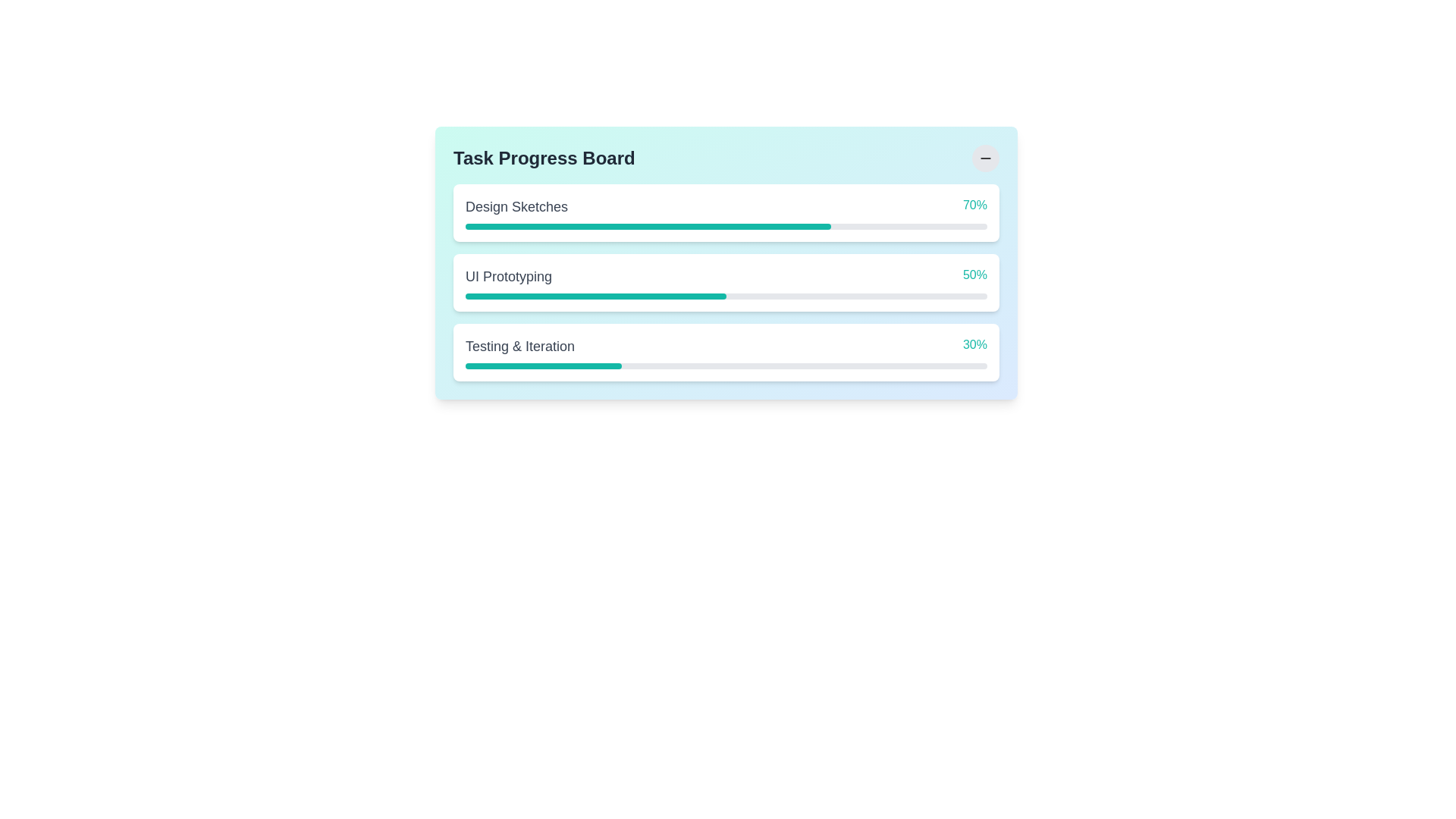 Image resolution: width=1456 pixels, height=819 pixels. What do you see at coordinates (726, 283) in the screenshot?
I see `the Progress Tracker element displaying 'UI Prototyping' with a percentage of '50%' and a teal progress bar` at bounding box center [726, 283].